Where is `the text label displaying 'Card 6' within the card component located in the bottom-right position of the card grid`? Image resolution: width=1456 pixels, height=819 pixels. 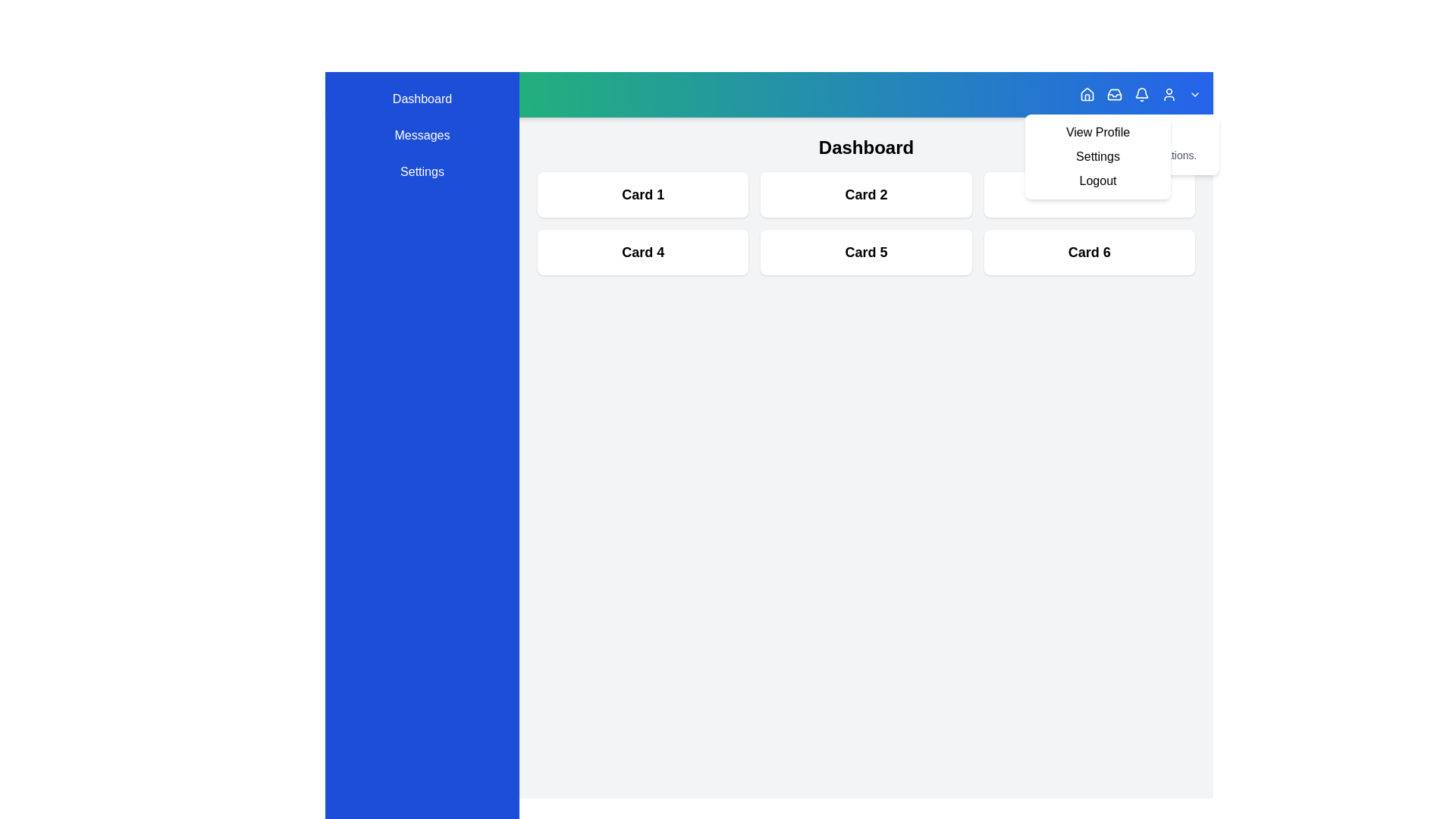 the text label displaying 'Card 6' within the card component located in the bottom-right position of the card grid is located at coordinates (1088, 251).